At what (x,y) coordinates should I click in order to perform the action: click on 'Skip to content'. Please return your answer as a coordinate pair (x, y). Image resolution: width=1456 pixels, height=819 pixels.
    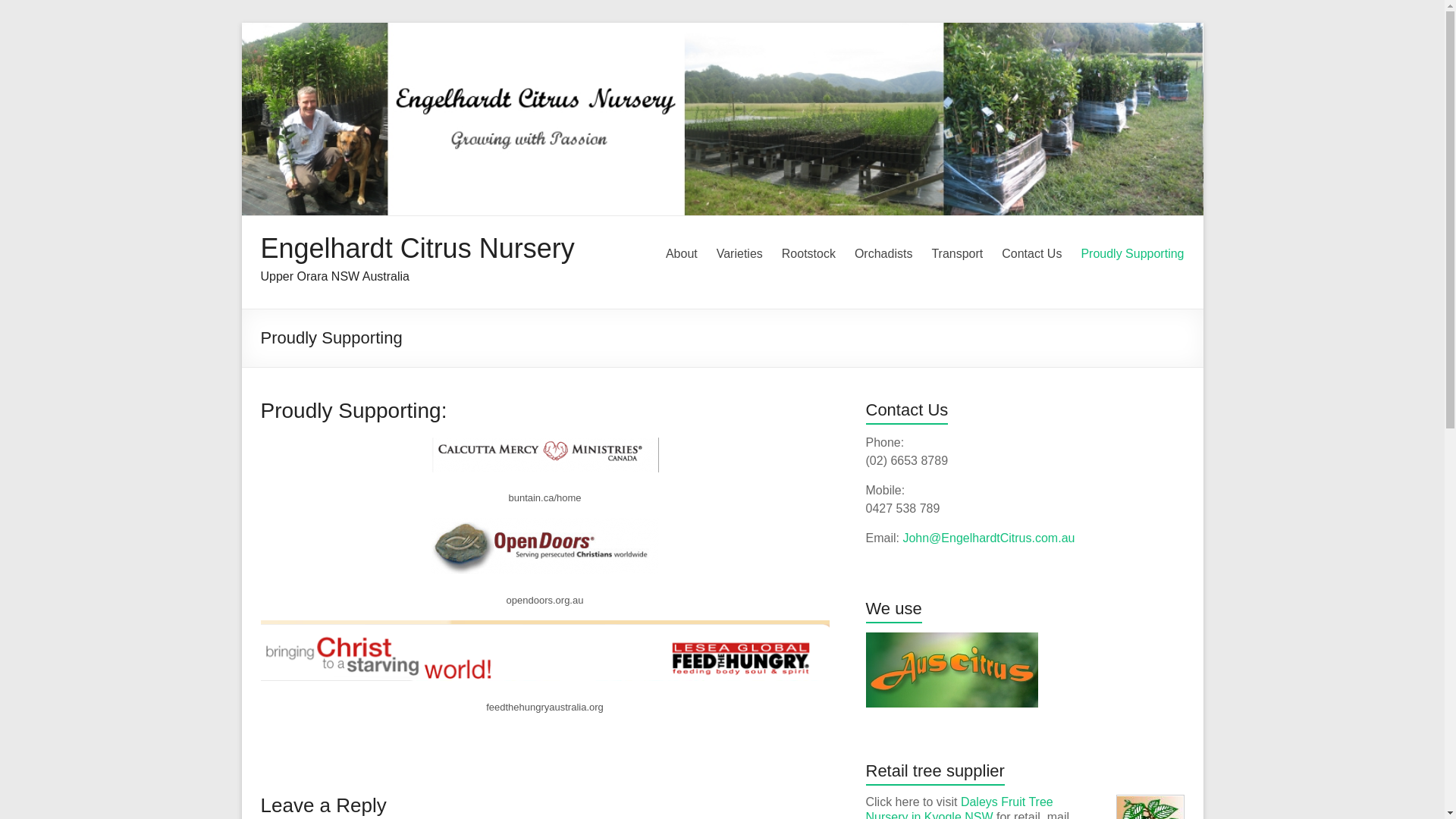
    Looking at the image, I should click on (240, 22).